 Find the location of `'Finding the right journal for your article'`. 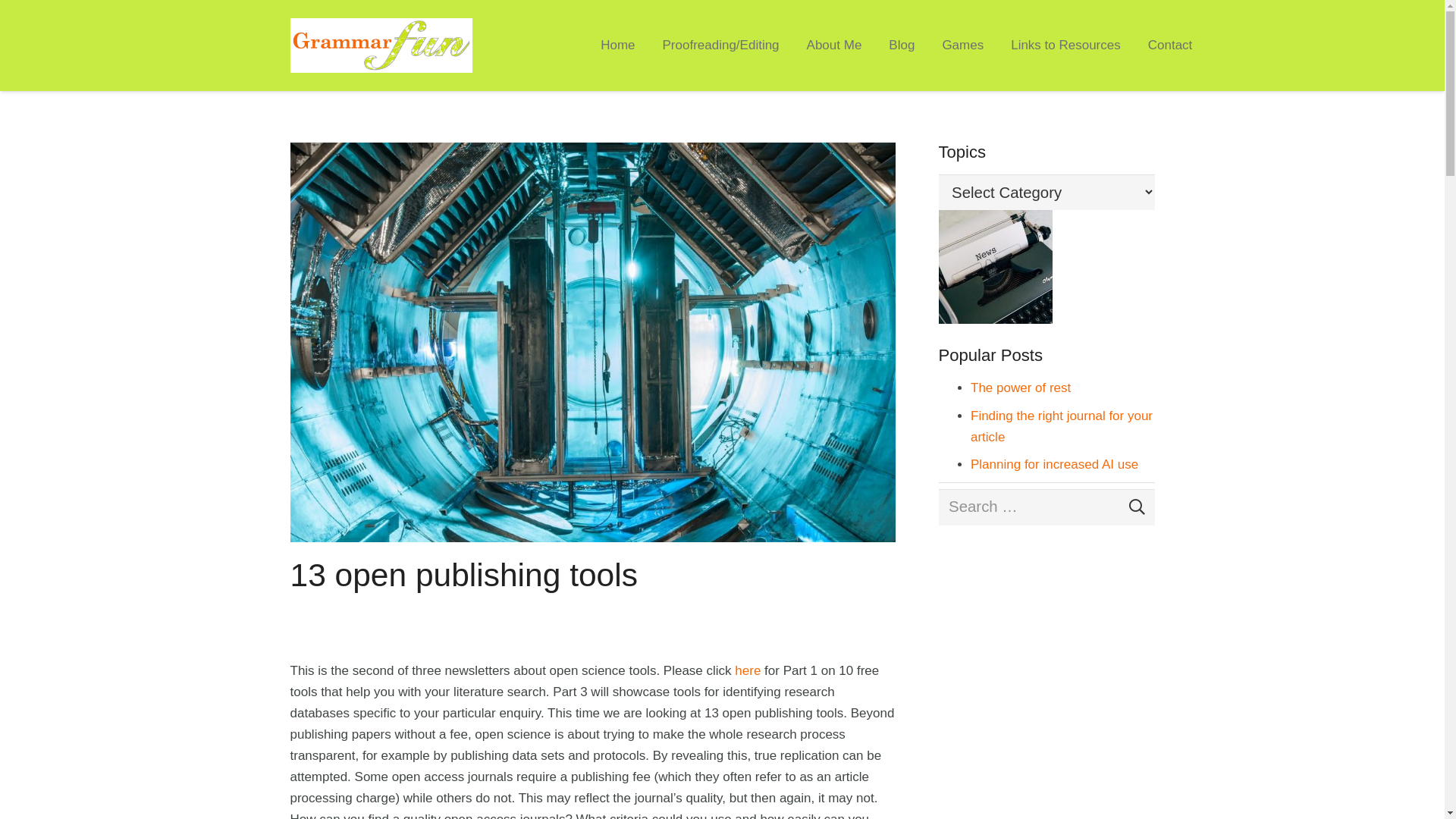

'Finding the right journal for your article' is located at coordinates (1061, 426).